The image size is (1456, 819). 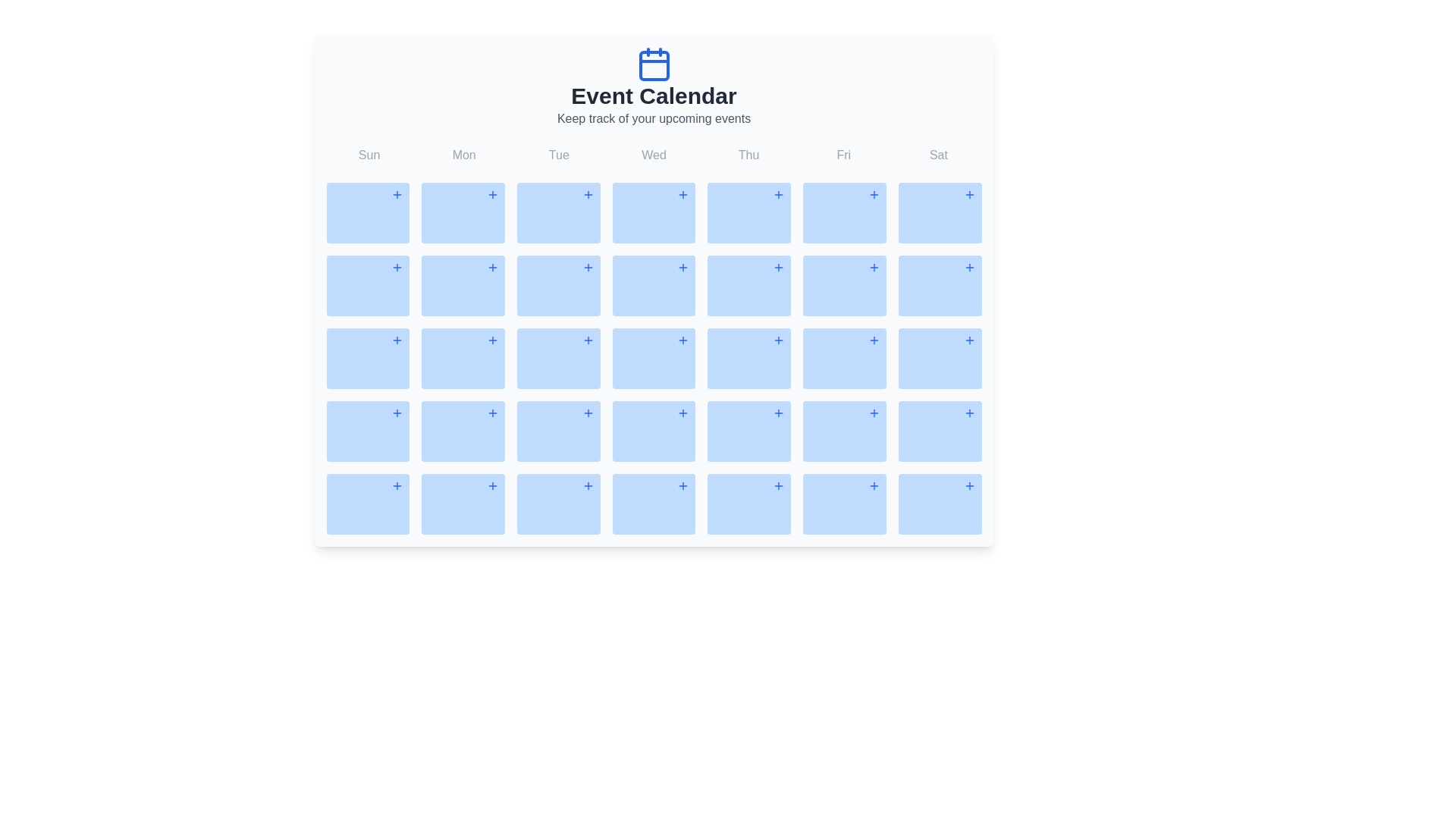 I want to click on the blue calendar icon located above the 'Event Calendar' text, so click(x=654, y=63).